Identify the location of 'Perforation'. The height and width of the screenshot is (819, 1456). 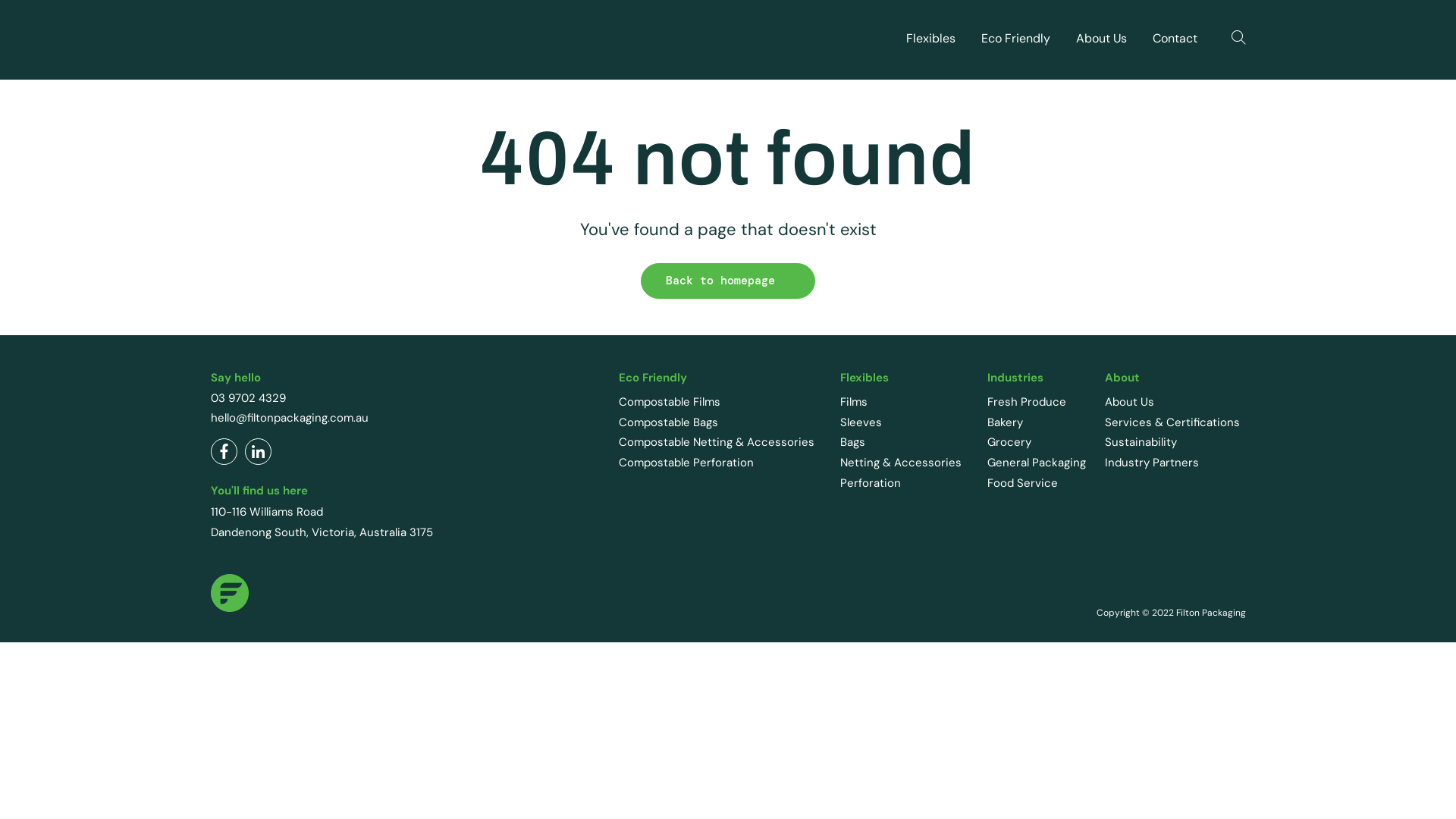
(870, 482).